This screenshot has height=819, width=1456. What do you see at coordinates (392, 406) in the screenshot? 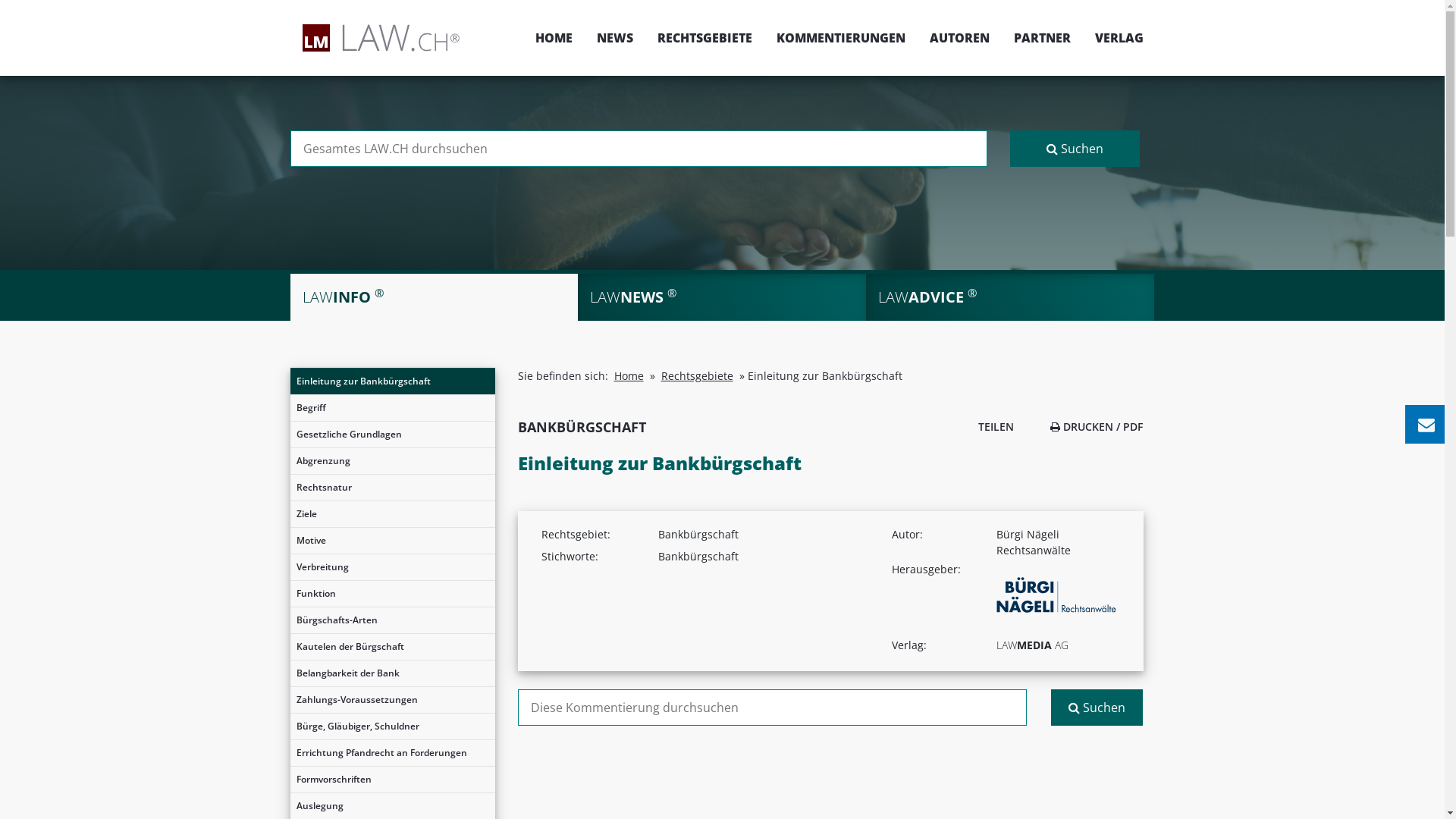
I see `'Begriff'` at bounding box center [392, 406].